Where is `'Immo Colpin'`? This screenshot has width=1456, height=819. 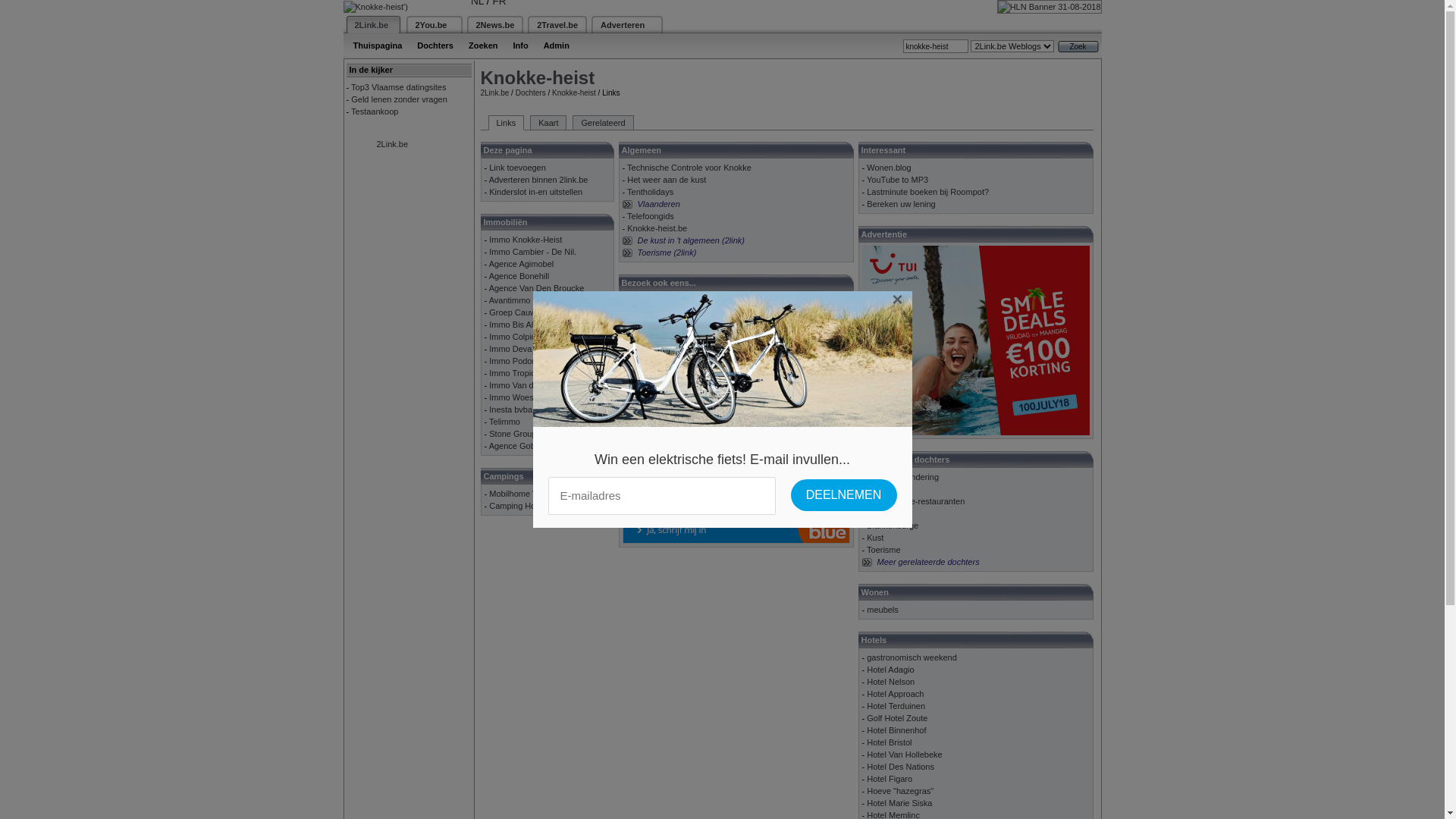
'Immo Colpin' is located at coordinates (488, 335).